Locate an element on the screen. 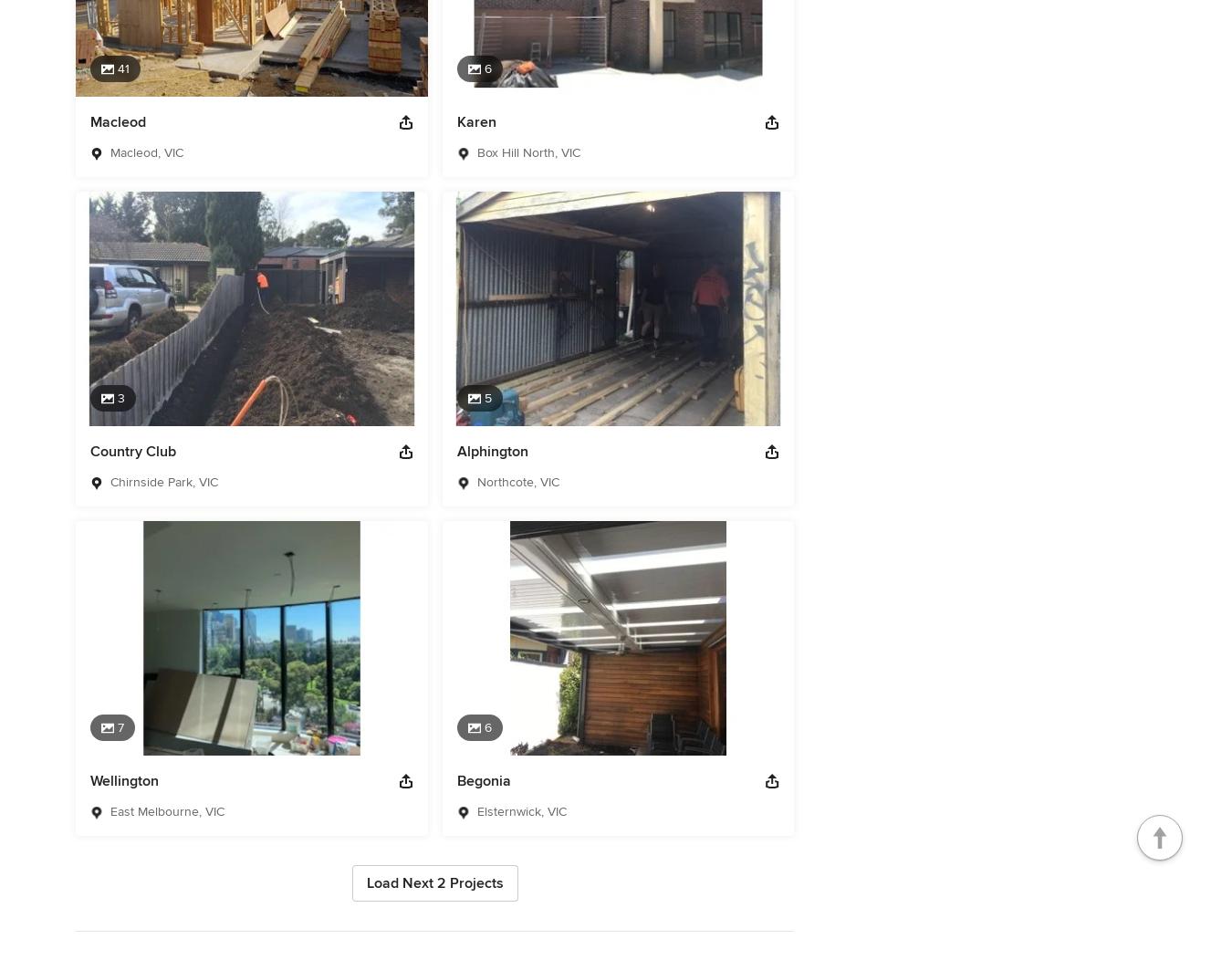  'Begonia' is located at coordinates (482, 778).